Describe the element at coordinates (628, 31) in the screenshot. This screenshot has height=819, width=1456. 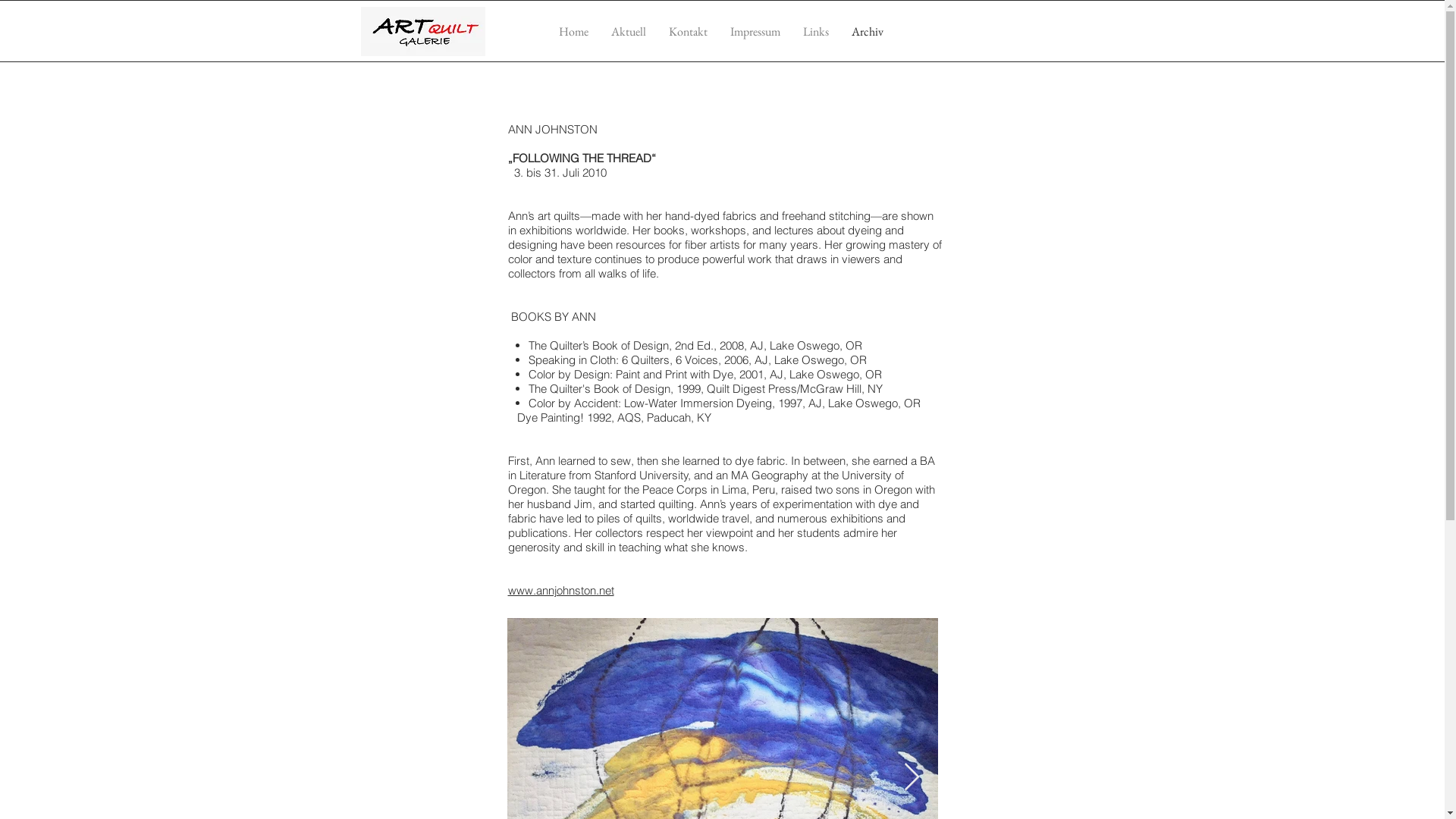
I see `'Aktuell'` at that location.